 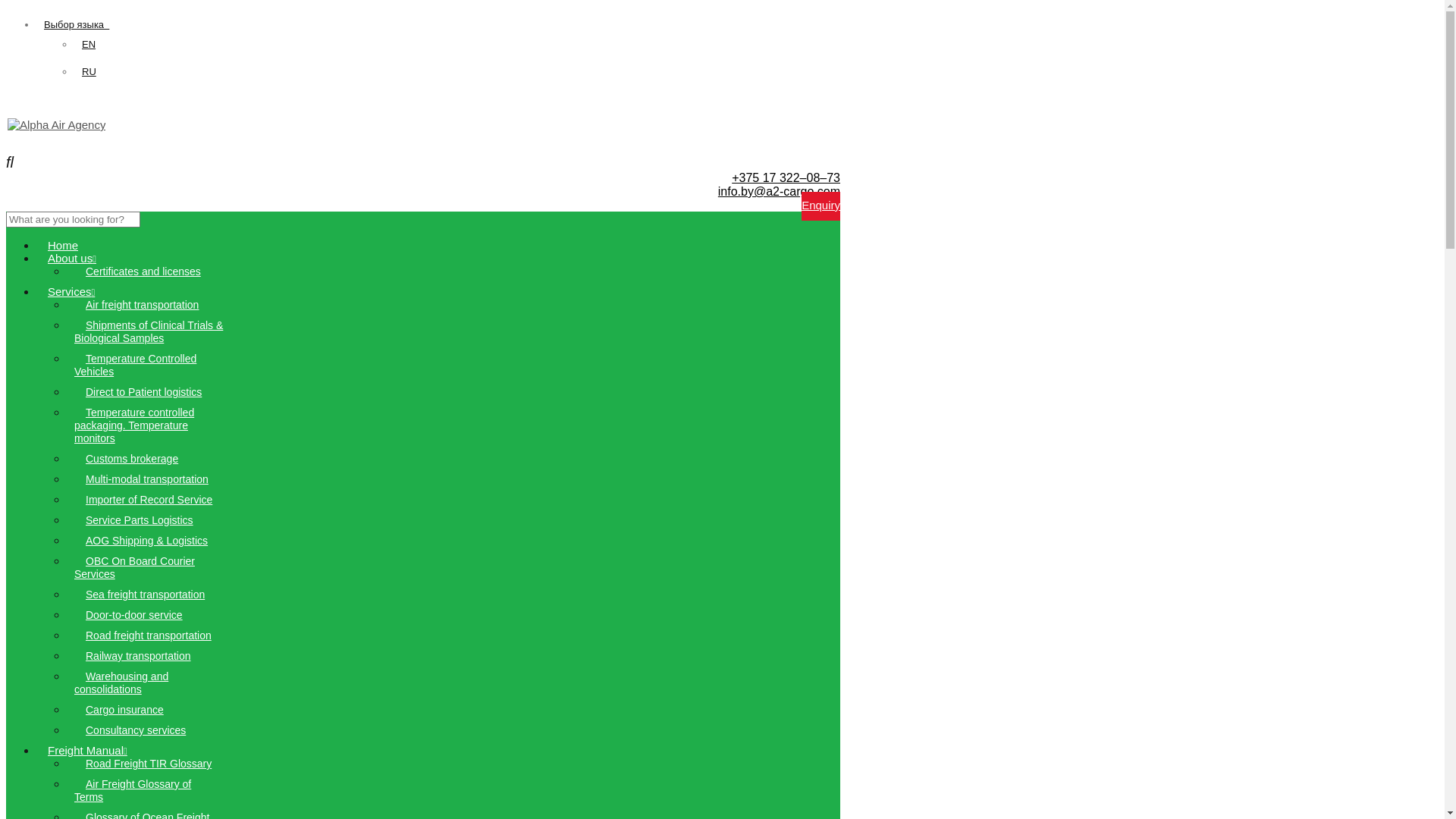 I want to click on 'EN', so click(x=87, y=43).